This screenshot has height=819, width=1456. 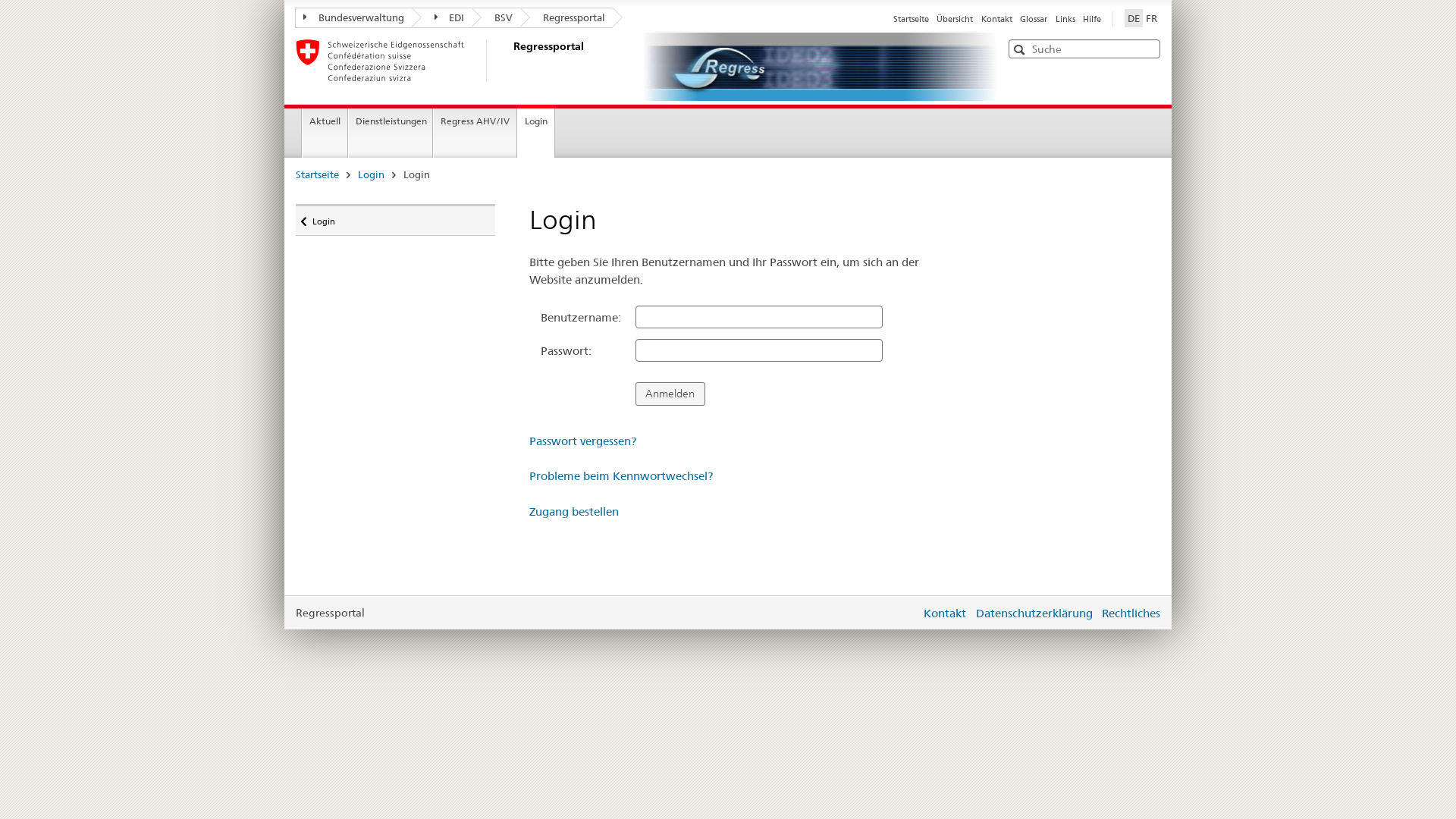 What do you see at coordinates (1082, 18) in the screenshot?
I see `'Hilfe'` at bounding box center [1082, 18].